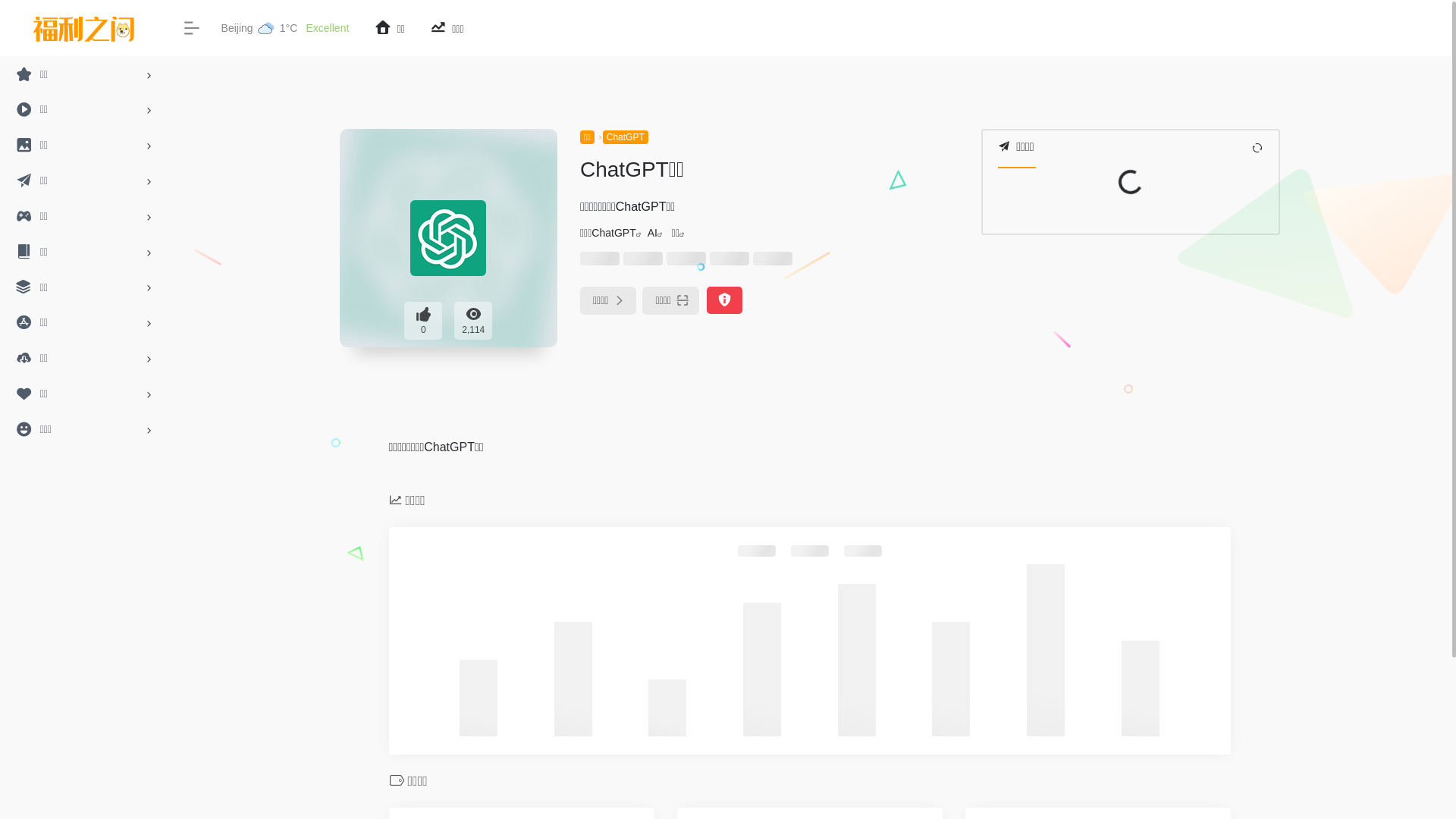  Describe the element at coordinates (422, 320) in the screenshot. I see `'0'` at that location.